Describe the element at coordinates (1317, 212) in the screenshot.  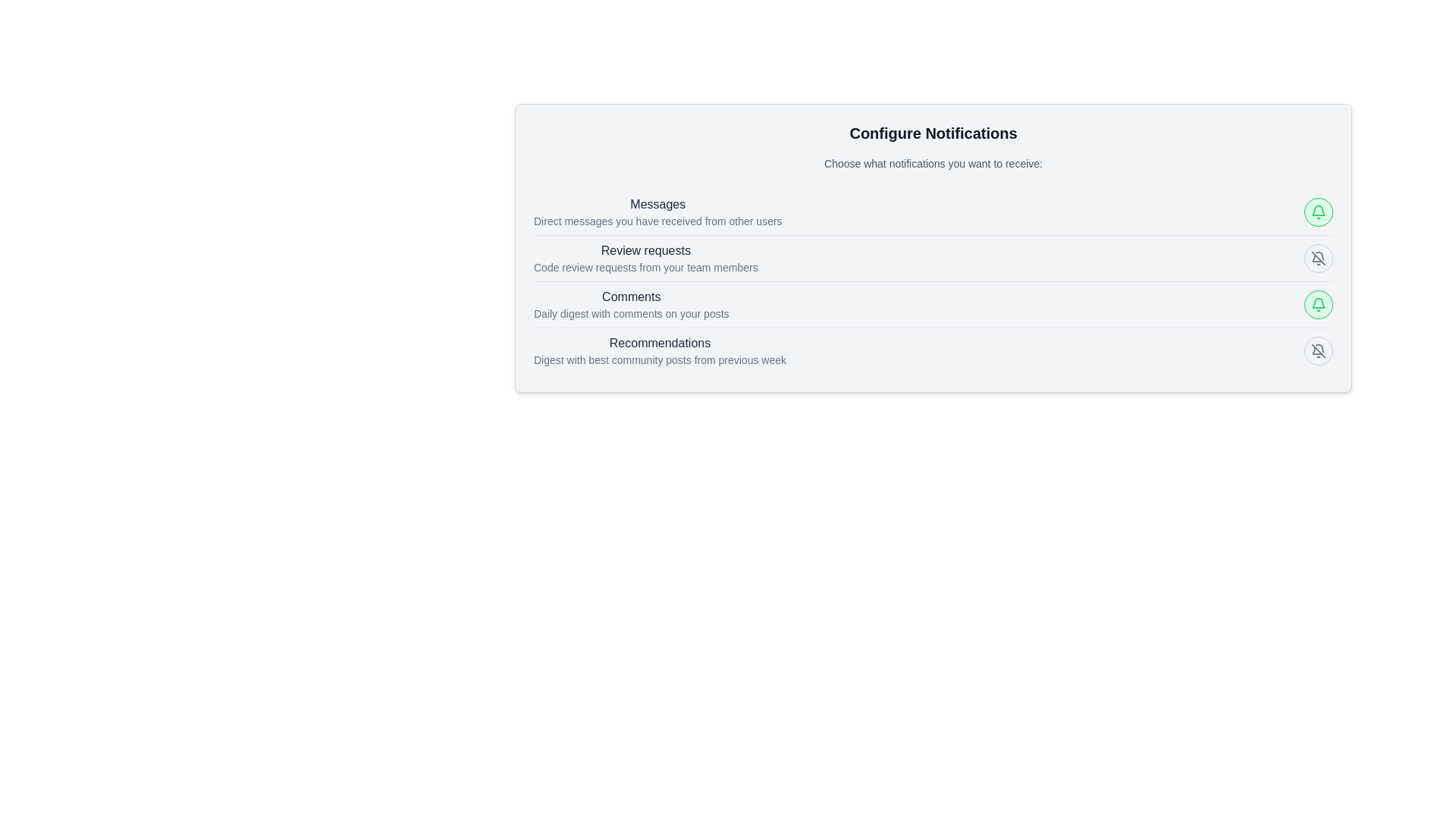
I see `the button that enables or disables notifications for the 'Messages' category, located in the rightmost section of the row titled 'Messages'` at that location.